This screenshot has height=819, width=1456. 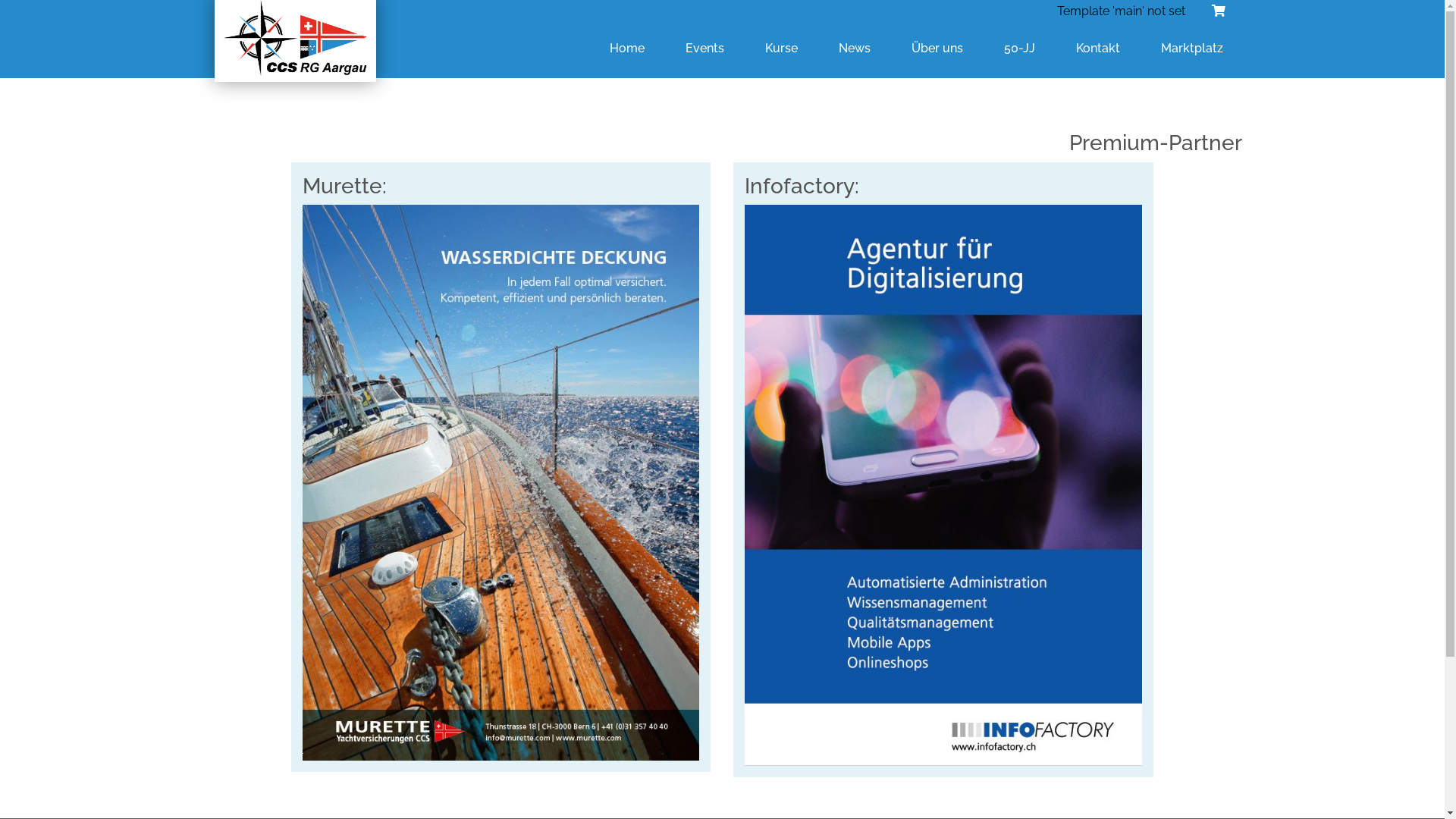 What do you see at coordinates (780, 47) in the screenshot?
I see `'Kurse'` at bounding box center [780, 47].